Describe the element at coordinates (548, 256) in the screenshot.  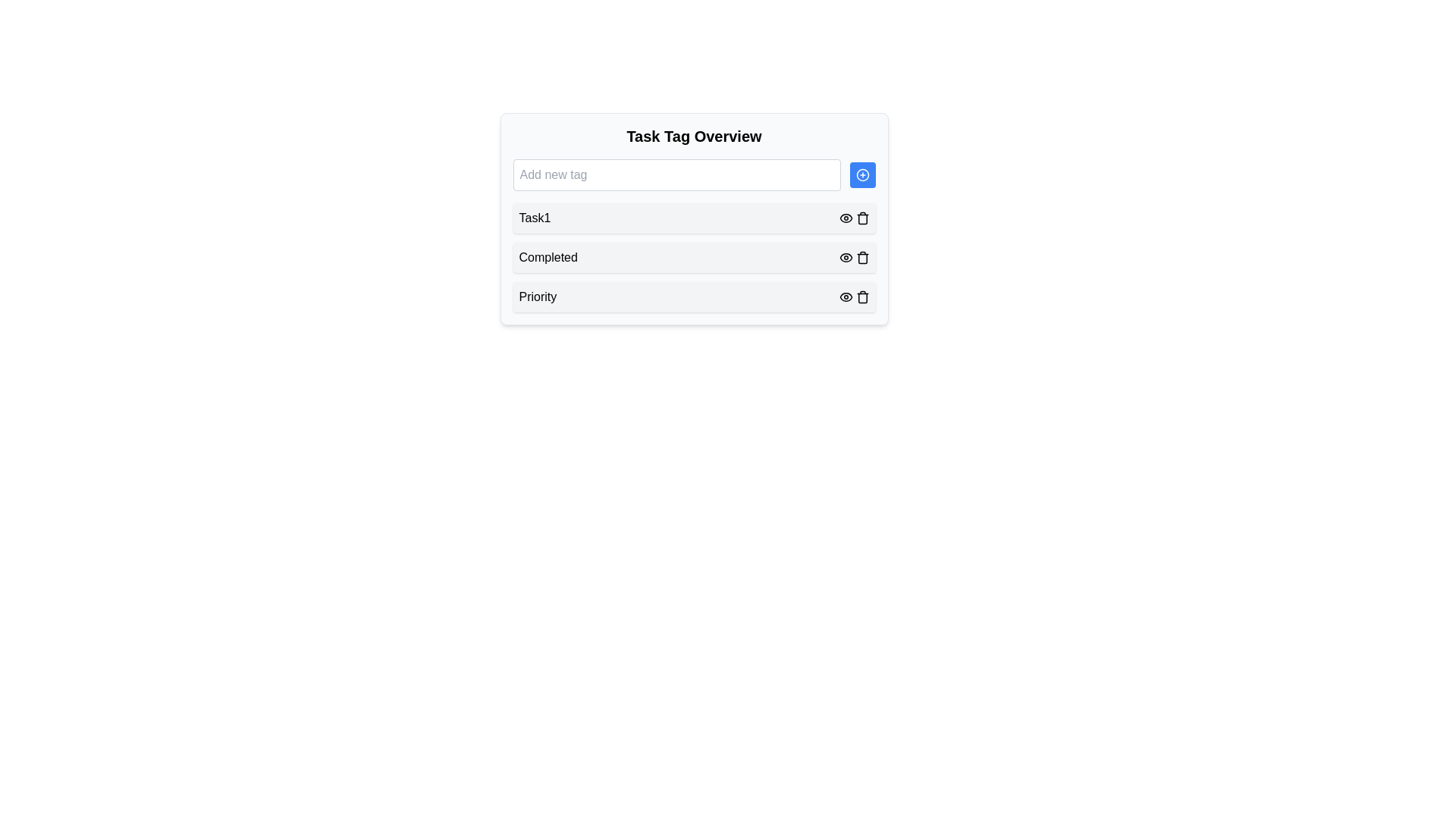
I see `the text label displaying 'Completed' within the 'Task Tag Overview' section, located between 'Task1' and 'Priority'` at that location.